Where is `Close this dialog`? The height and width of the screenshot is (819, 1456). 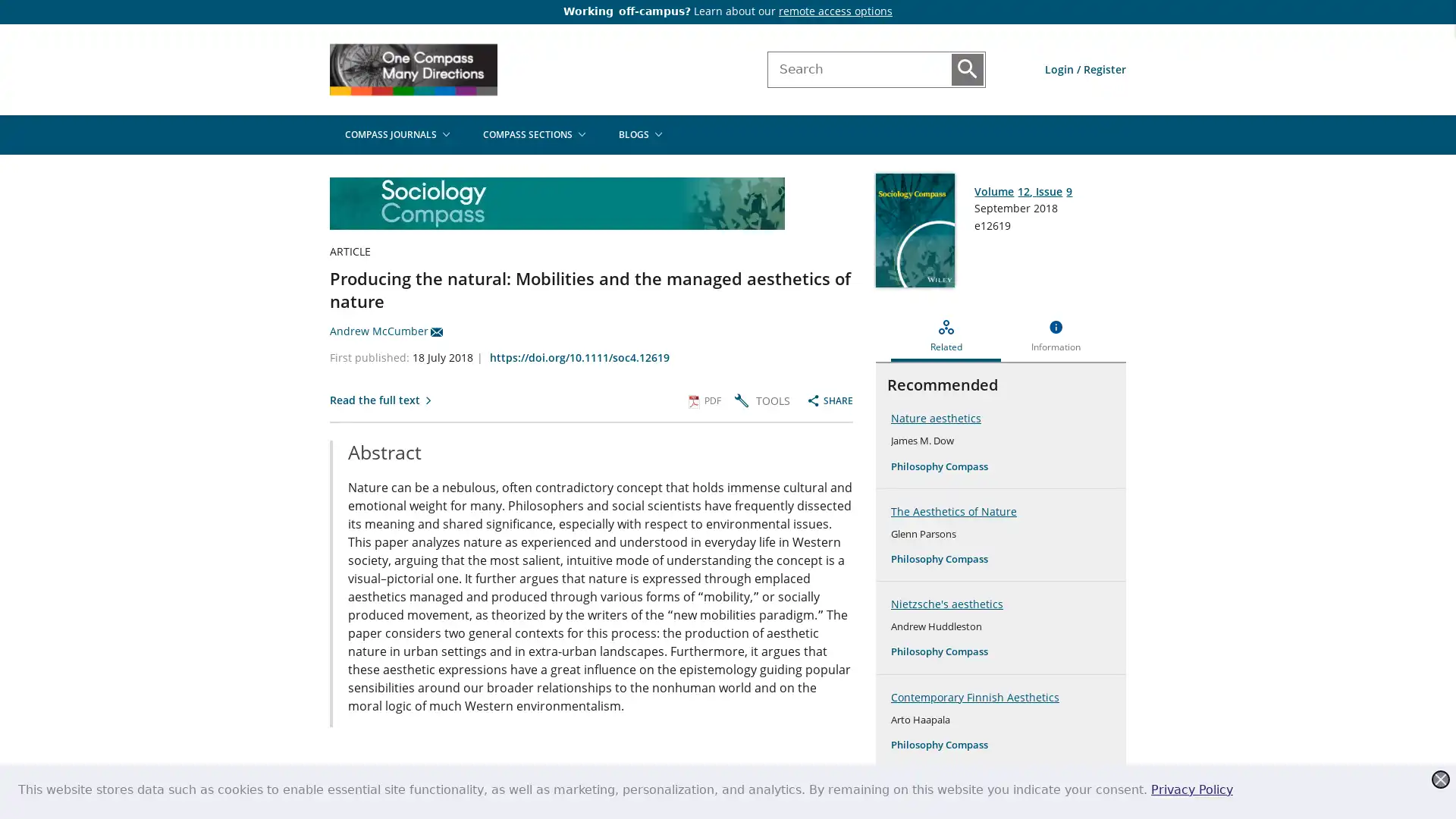 Close this dialog is located at coordinates (1440, 780).